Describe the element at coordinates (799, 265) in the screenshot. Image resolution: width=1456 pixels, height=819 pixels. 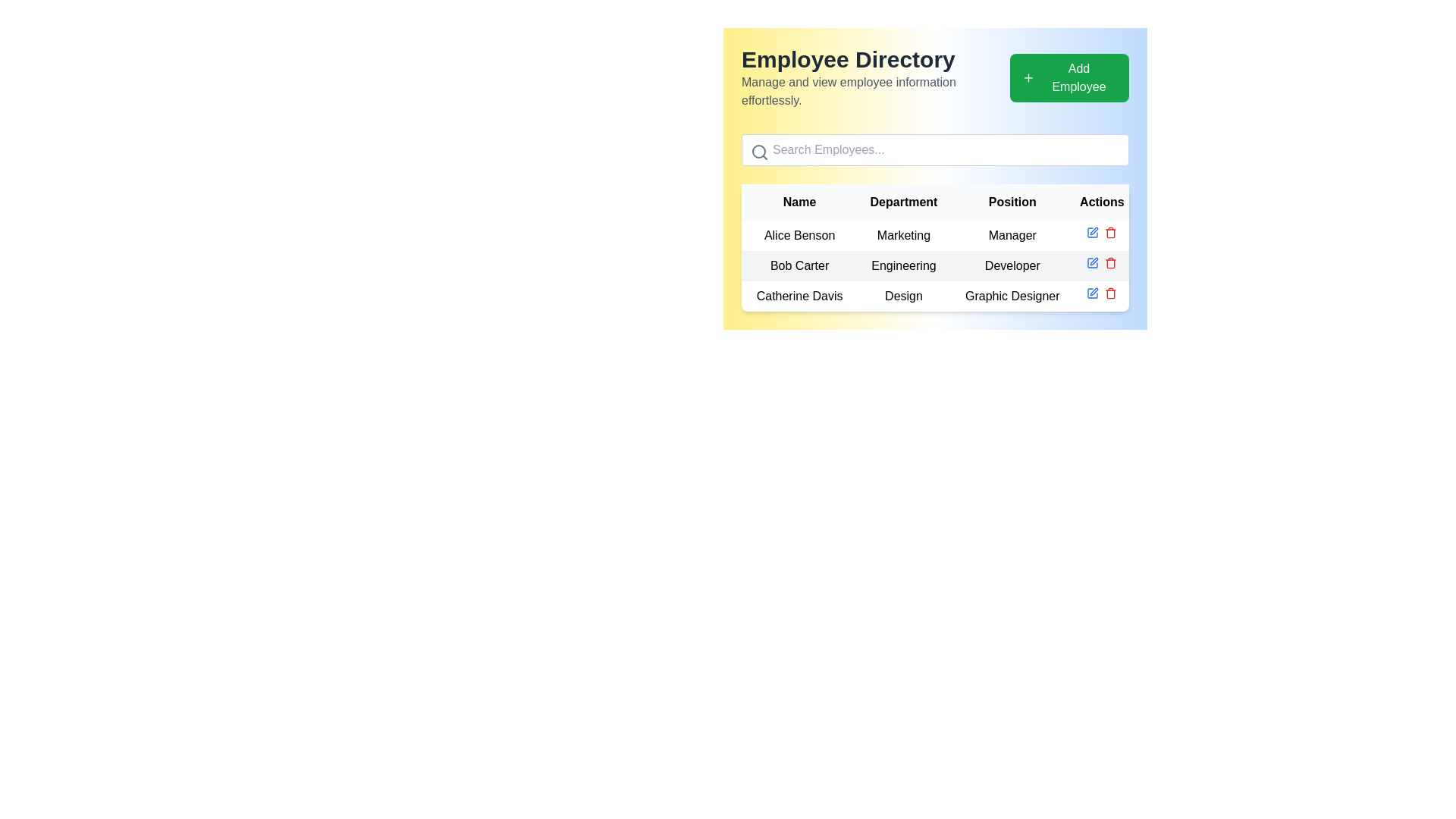
I see `the text label displaying the name of the employee in the directory interface, located below 'Alice Benson' in the 'Name' column of the employee directory table` at that location.